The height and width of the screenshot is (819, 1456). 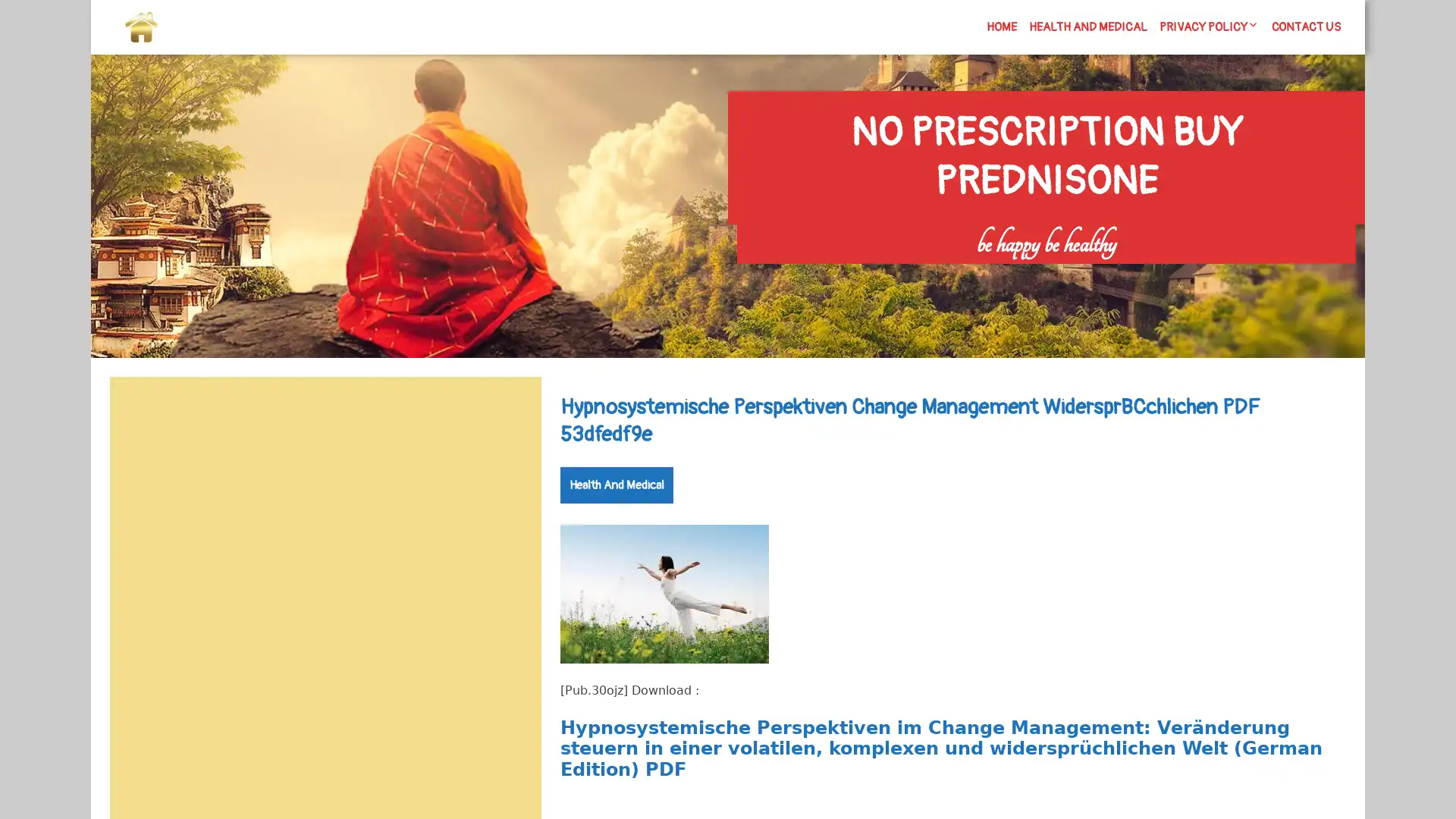 What do you see at coordinates (506, 413) in the screenshot?
I see `Search` at bounding box center [506, 413].